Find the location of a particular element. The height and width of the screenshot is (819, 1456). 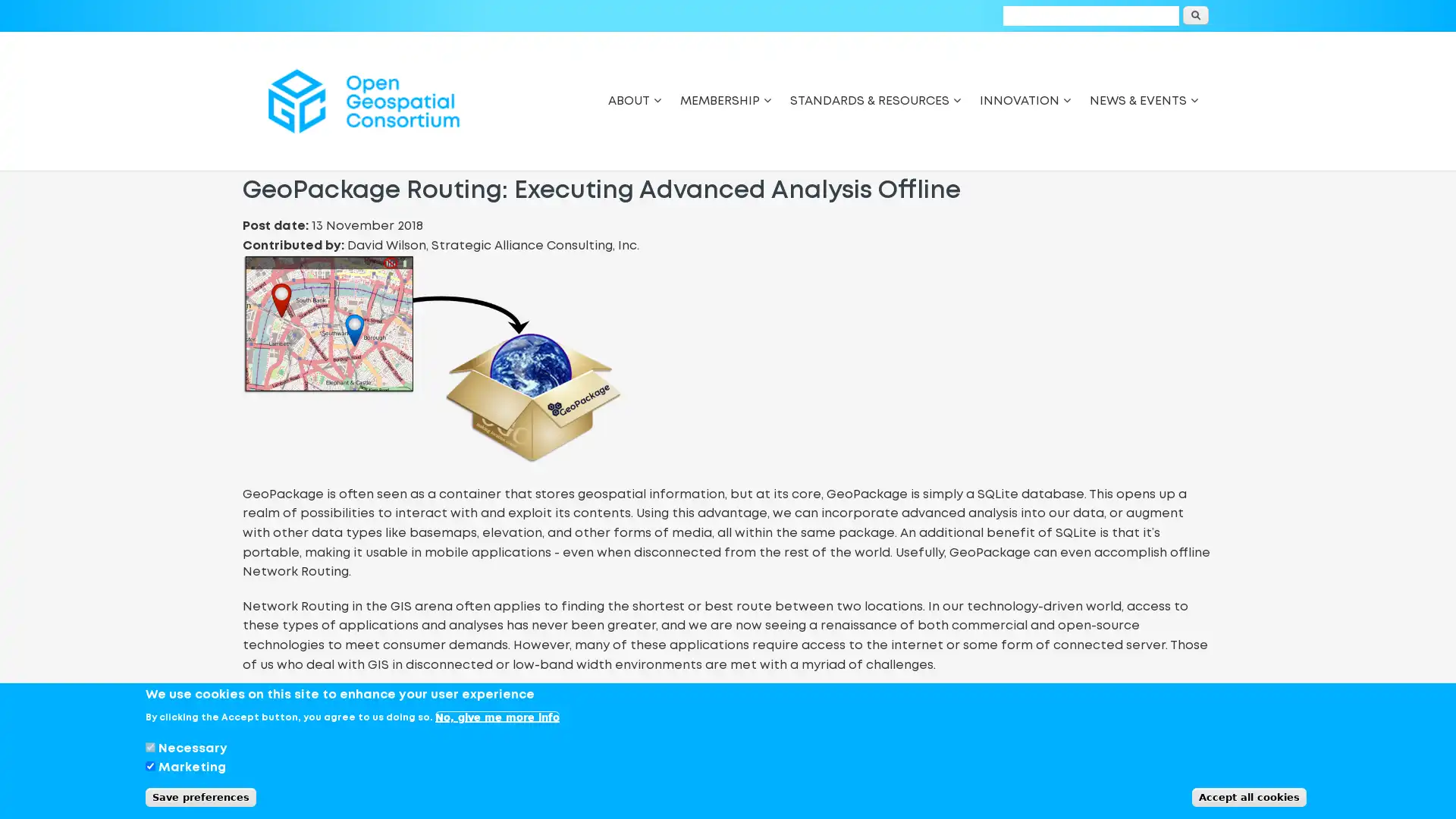

Save preferences is located at coordinates (199, 796).